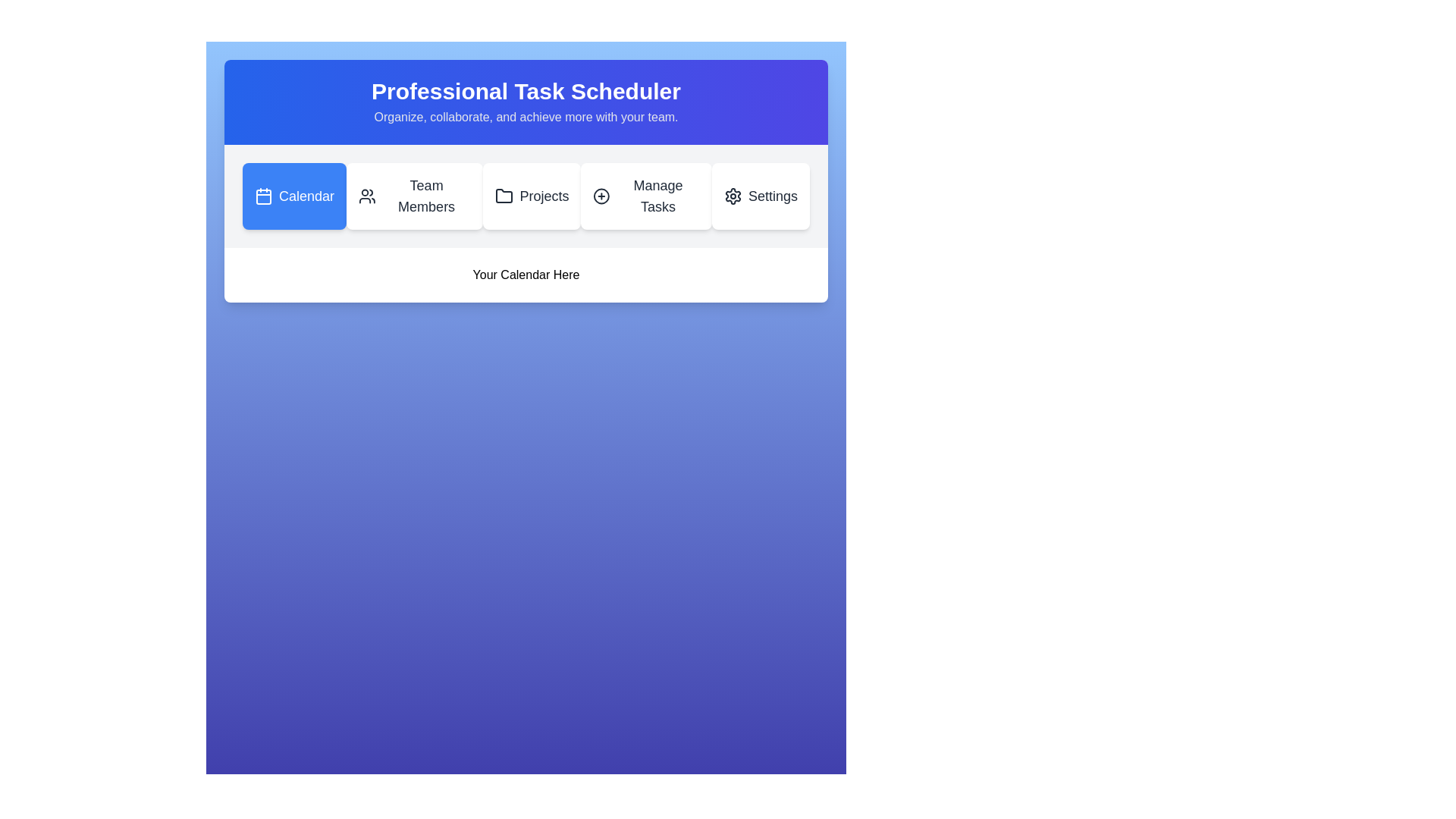 The image size is (1456, 819). I want to click on the text label that denotes the calendar section, located centrally beneath the navigation buttons, so click(526, 275).